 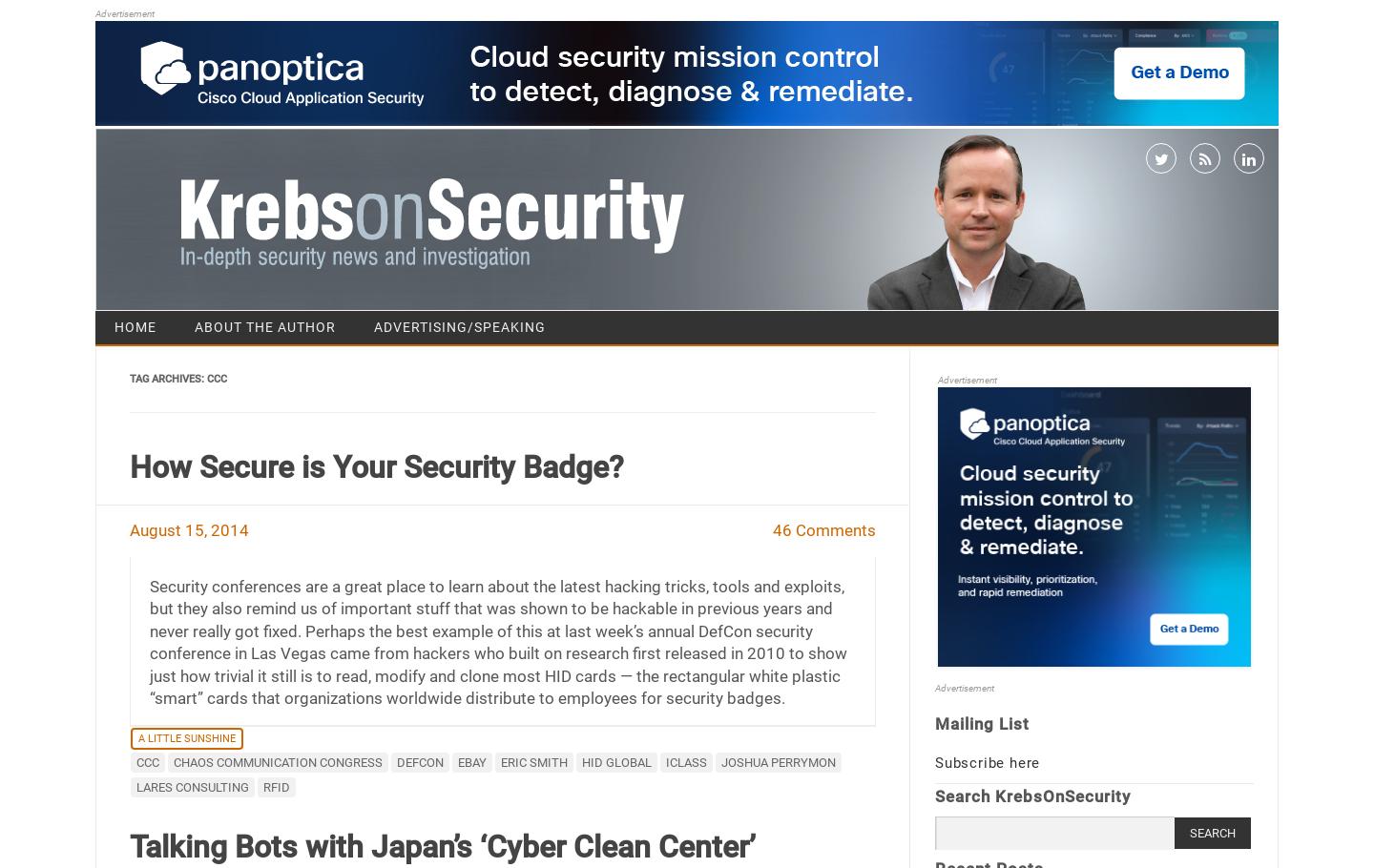 What do you see at coordinates (614, 760) in the screenshot?
I see `'HID Global'` at bounding box center [614, 760].